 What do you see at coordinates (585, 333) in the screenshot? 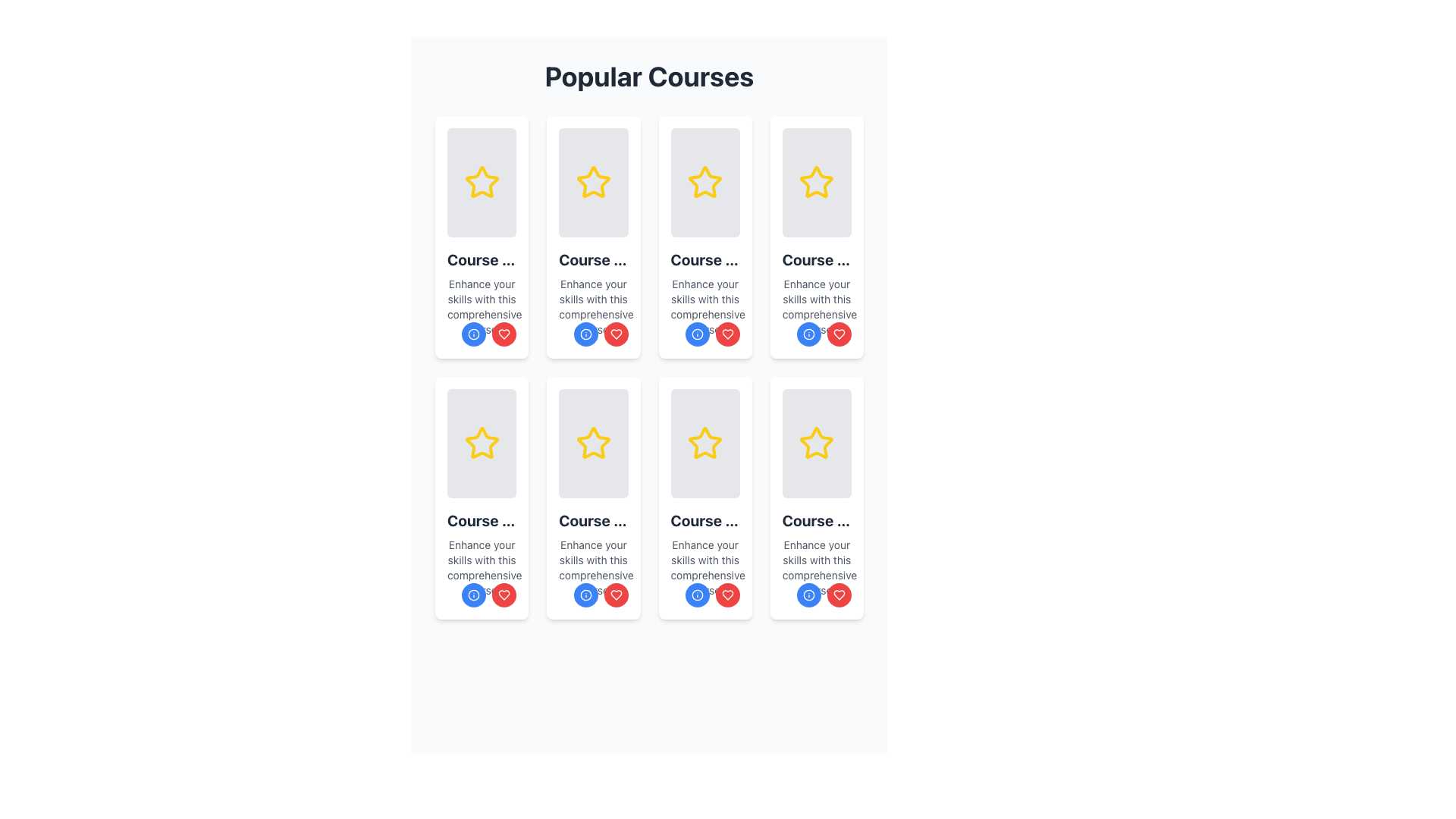
I see `the information button located in the second row, second column of the course cards grid` at bounding box center [585, 333].